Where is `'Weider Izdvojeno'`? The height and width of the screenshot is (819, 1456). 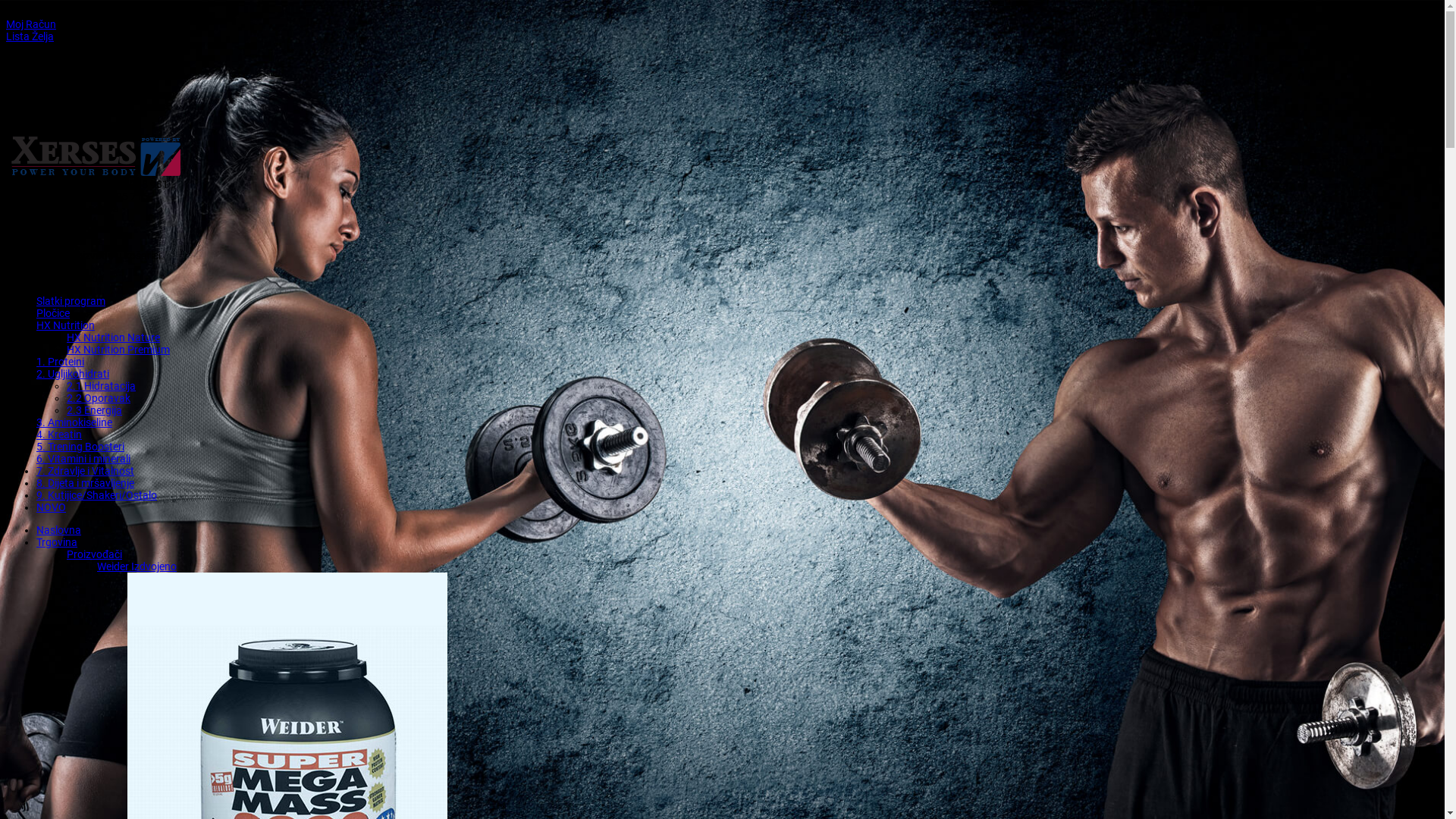 'Weider Izdvojeno' is located at coordinates (96, 566).